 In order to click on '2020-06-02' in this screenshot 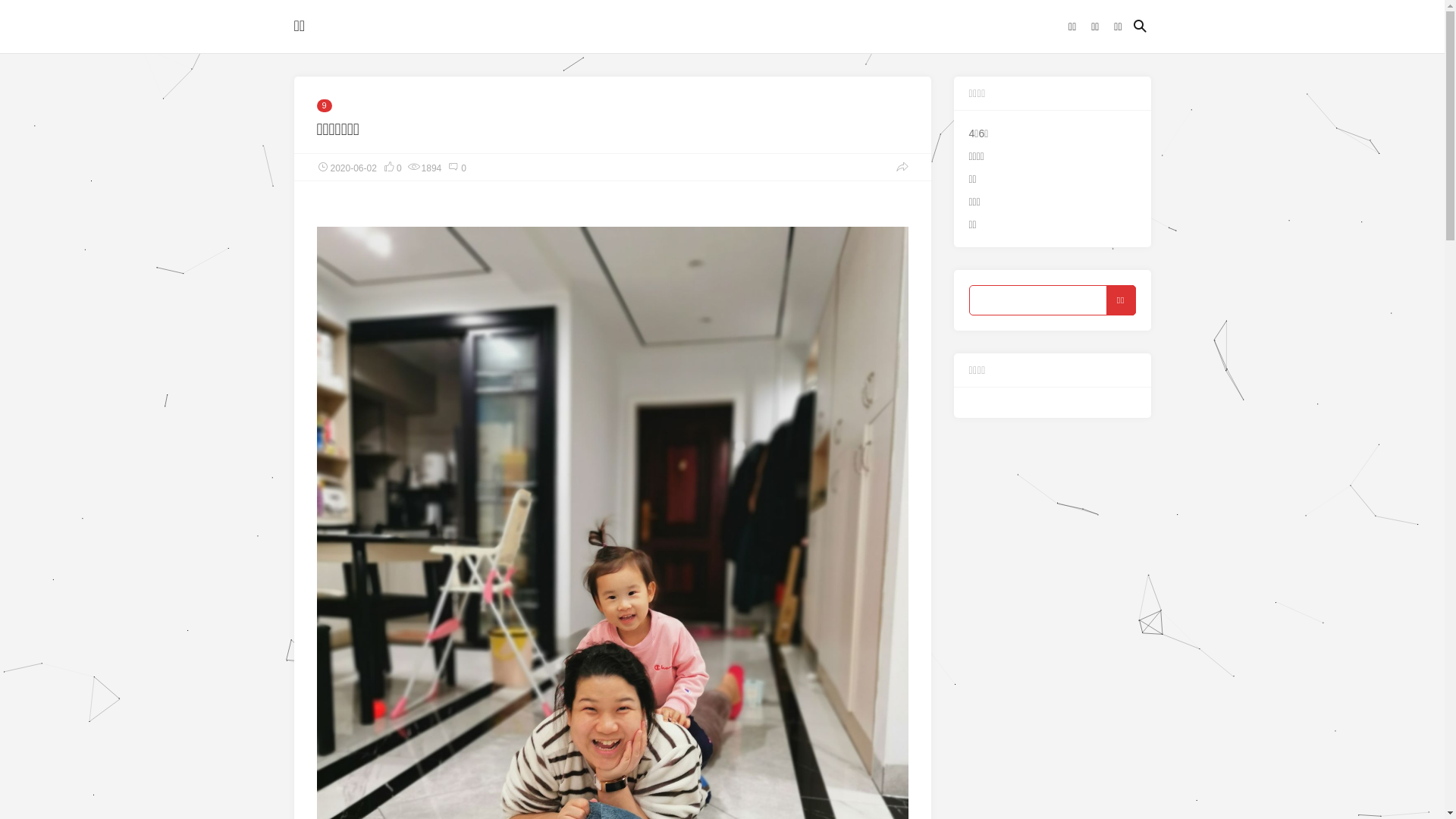, I will do `click(346, 166)`.